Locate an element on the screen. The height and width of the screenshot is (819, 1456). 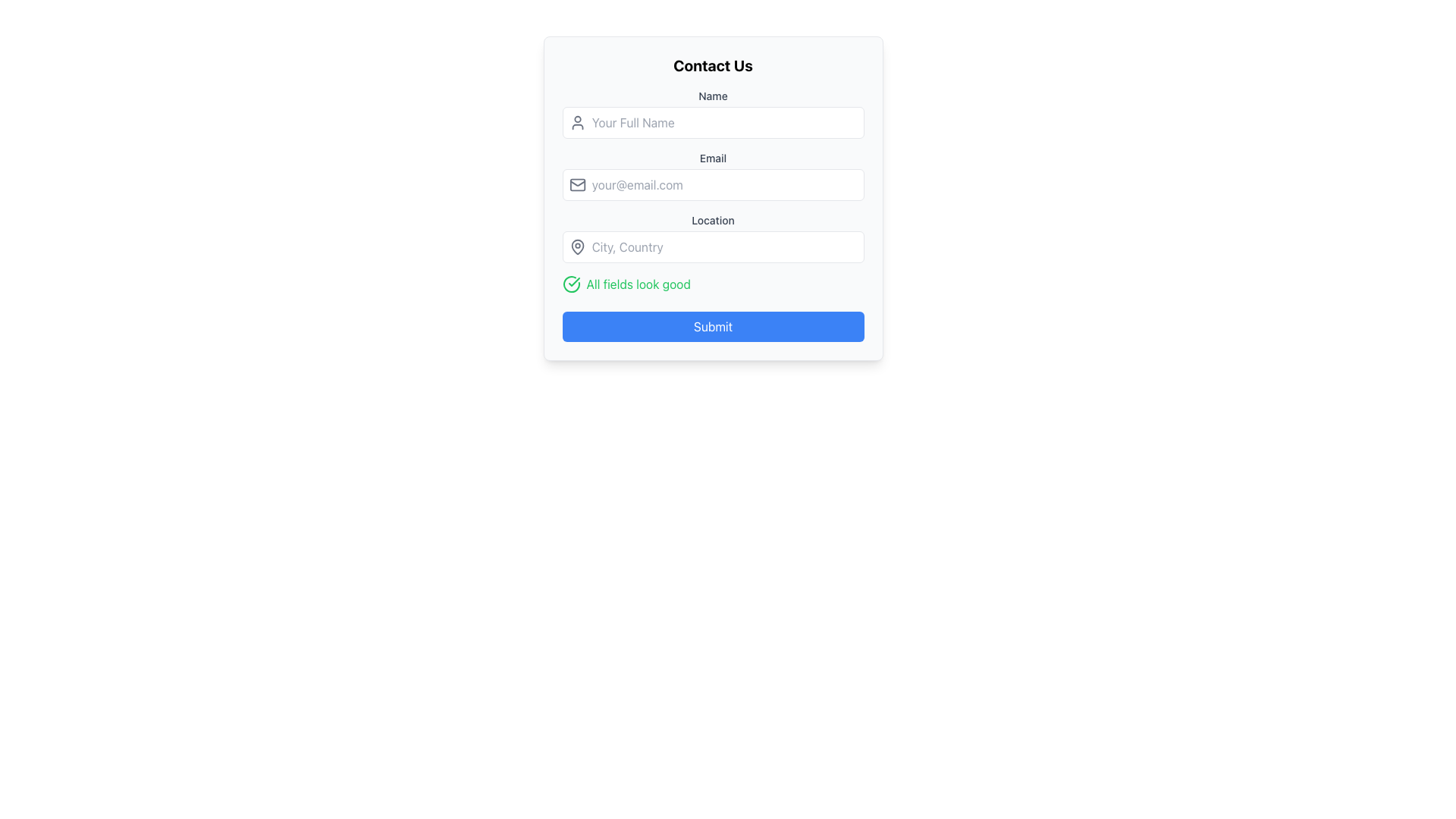
the success indicator icon located to the left of the text 'All fields look good' in the 'Contact Us' form, positioned near the bottom before the blue Submit button is located at coordinates (570, 284).